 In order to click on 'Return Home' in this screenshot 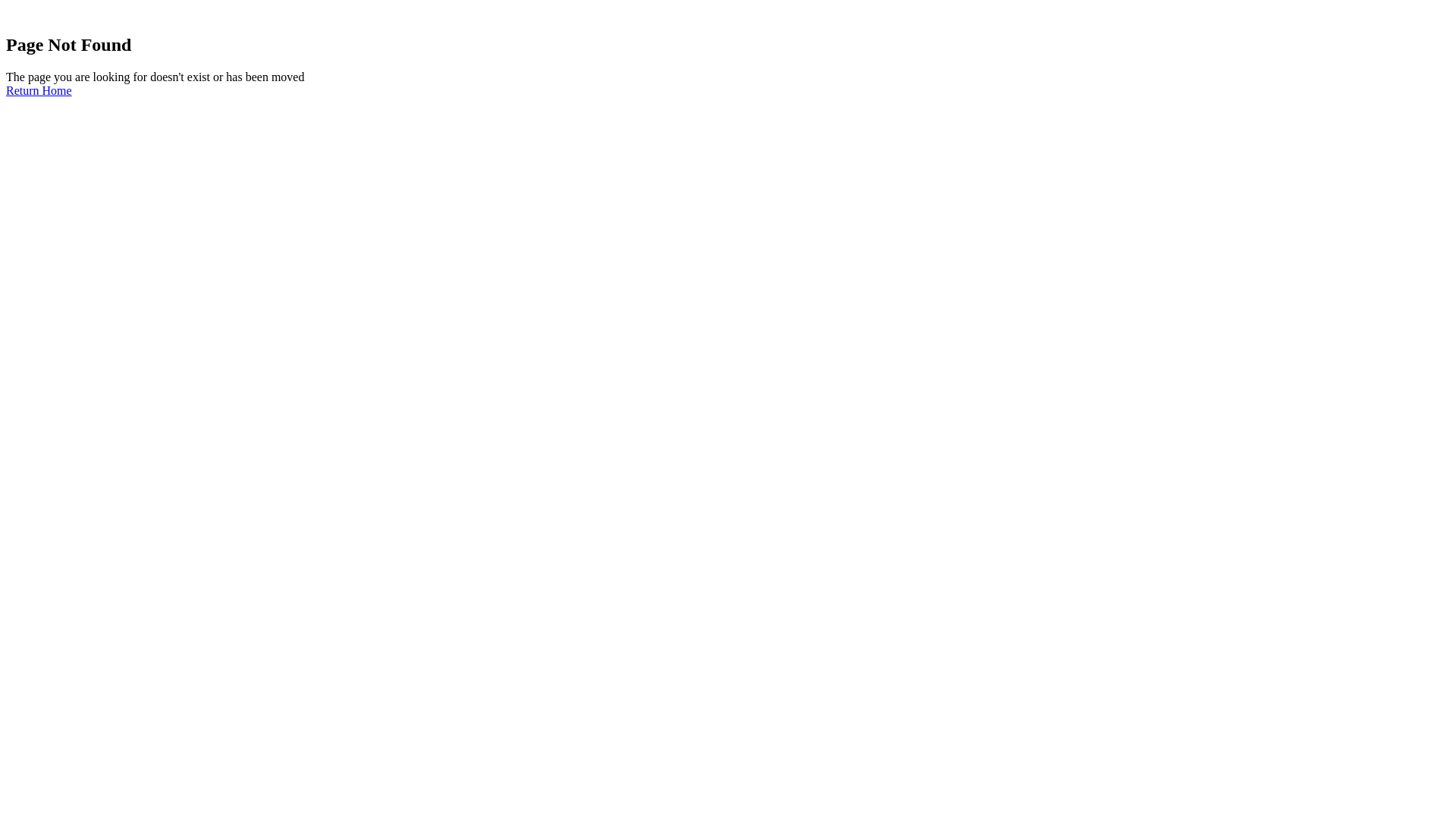, I will do `click(6, 90)`.